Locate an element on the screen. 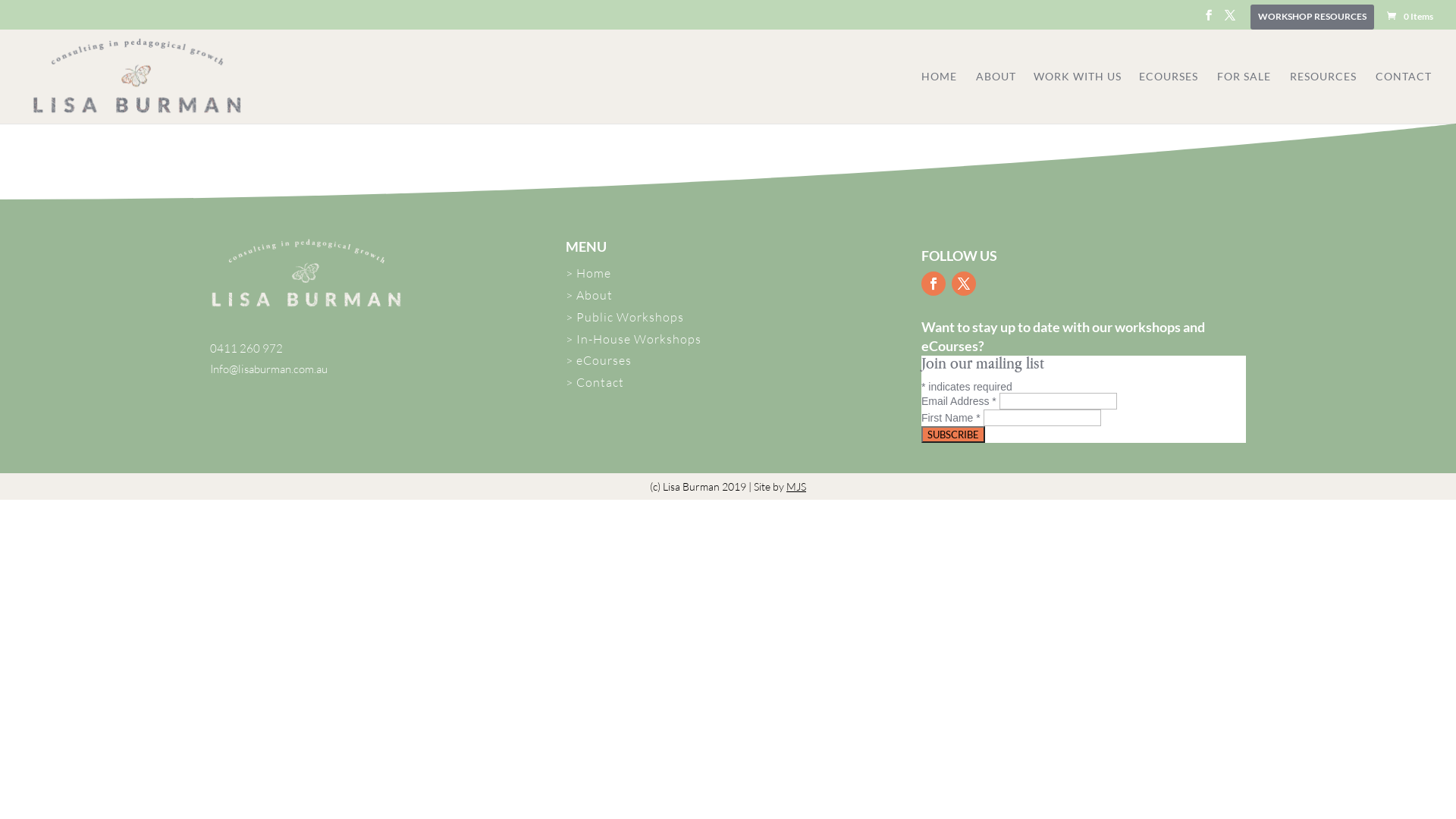 The width and height of the screenshot is (1456, 819). '> Home' is located at coordinates (588, 271).